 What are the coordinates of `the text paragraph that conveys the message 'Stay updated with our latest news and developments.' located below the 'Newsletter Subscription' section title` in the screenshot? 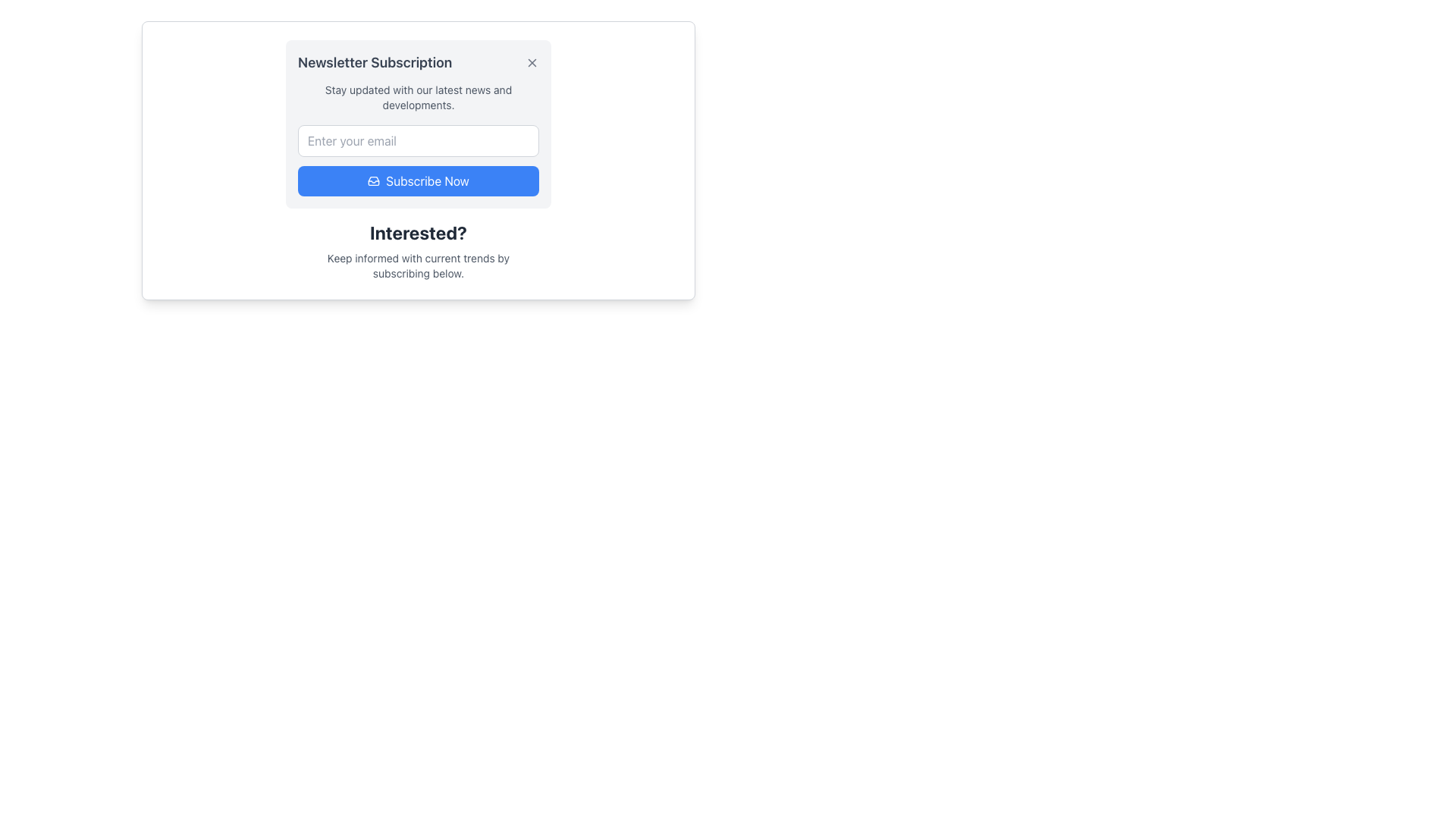 It's located at (419, 97).